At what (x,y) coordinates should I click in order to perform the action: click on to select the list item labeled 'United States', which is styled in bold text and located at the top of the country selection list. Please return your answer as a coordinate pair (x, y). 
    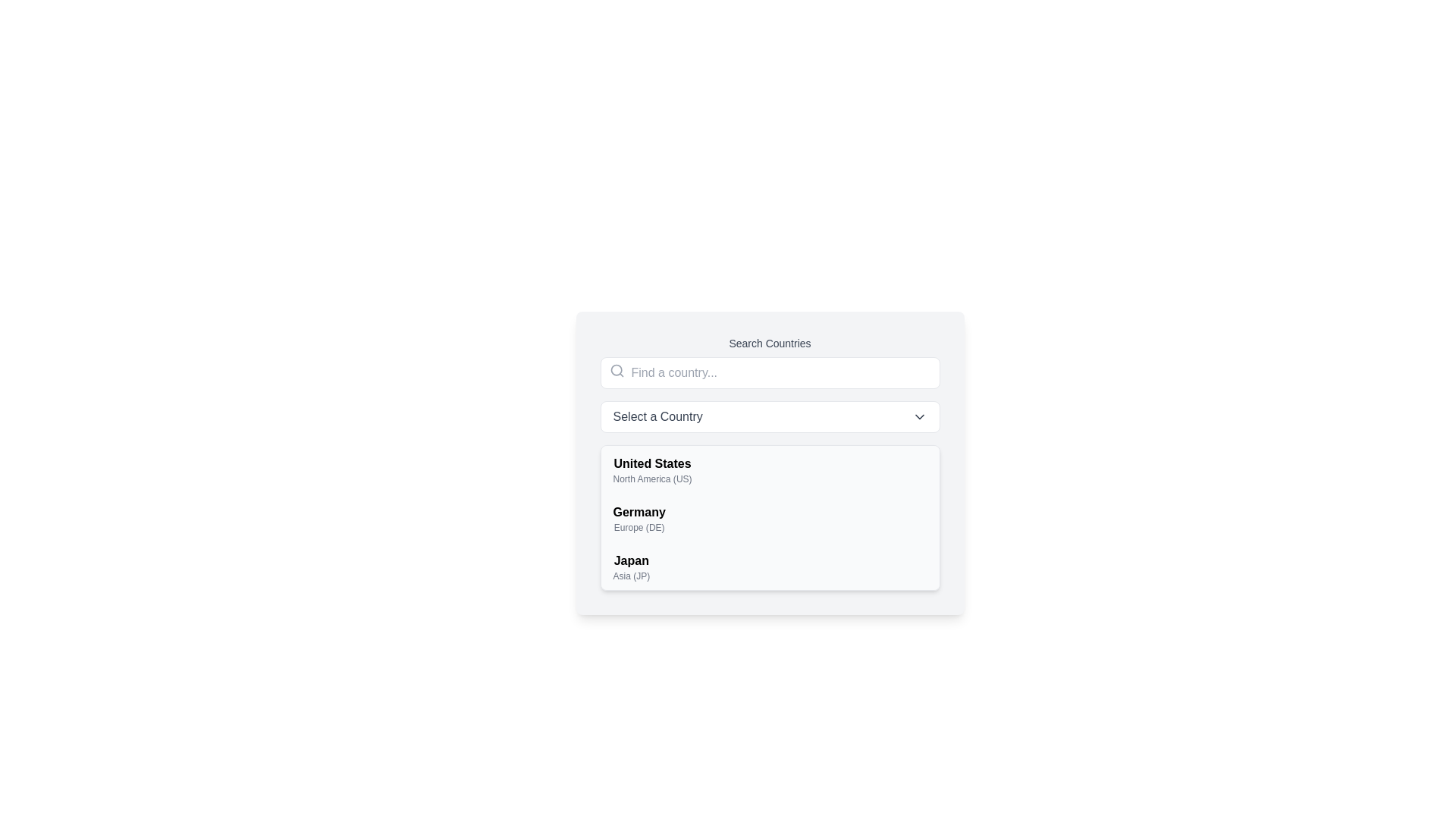
    Looking at the image, I should click on (652, 469).